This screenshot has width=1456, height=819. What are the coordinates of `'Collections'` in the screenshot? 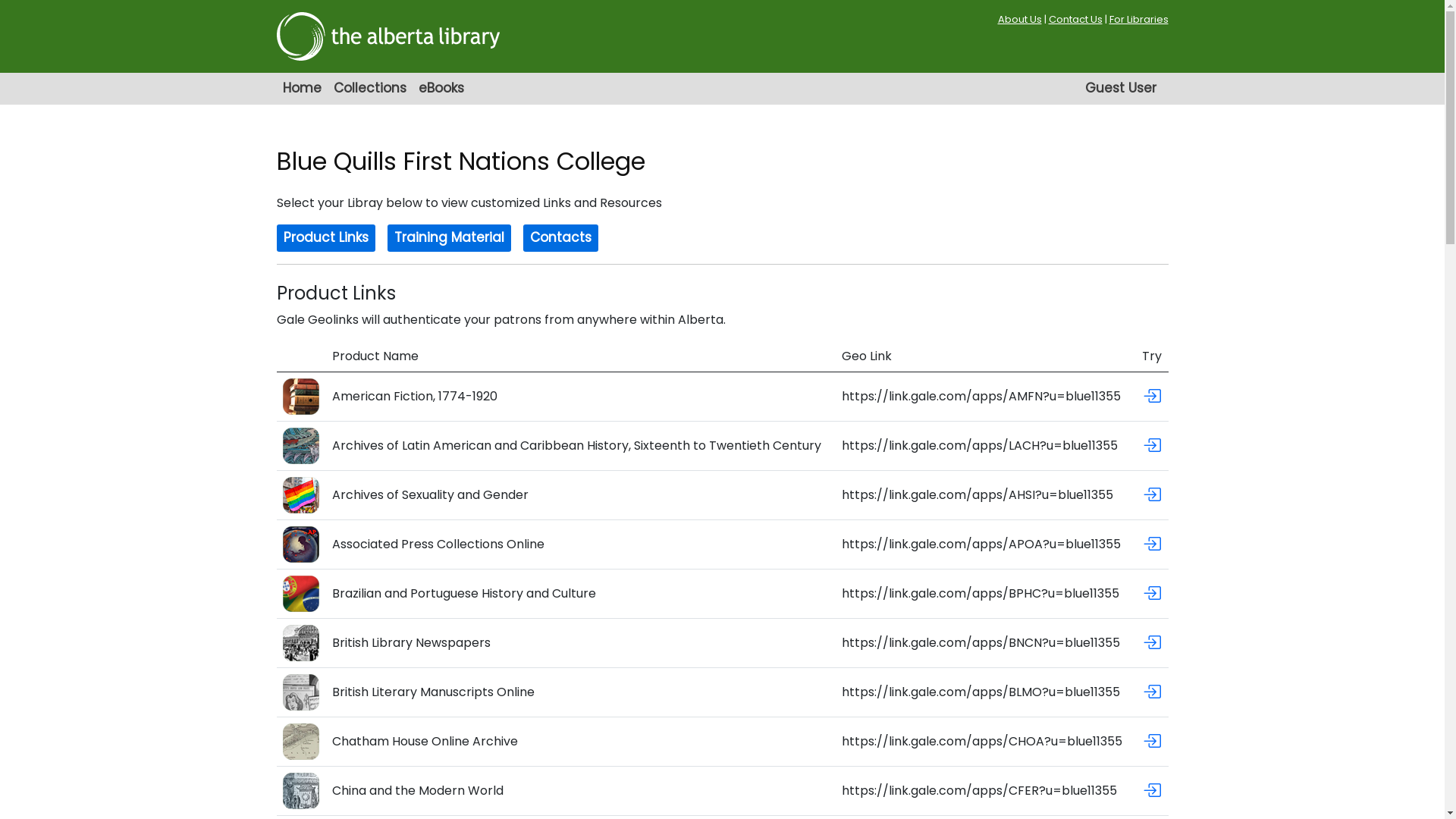 It's located at (370, 88).